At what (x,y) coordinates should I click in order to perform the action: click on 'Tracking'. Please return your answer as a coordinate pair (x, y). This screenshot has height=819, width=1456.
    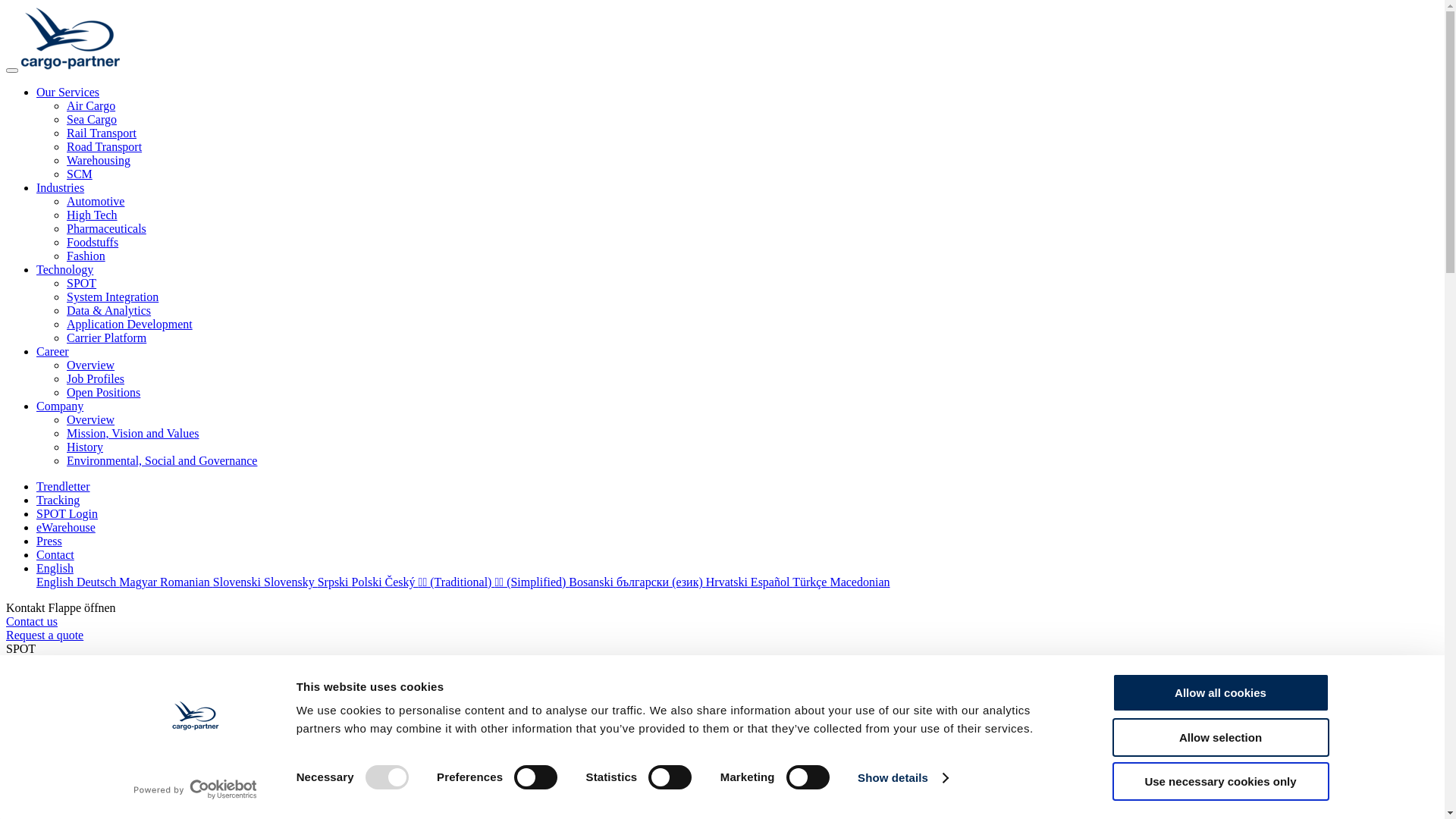
    Looking at the image, I should click on (58, 500).